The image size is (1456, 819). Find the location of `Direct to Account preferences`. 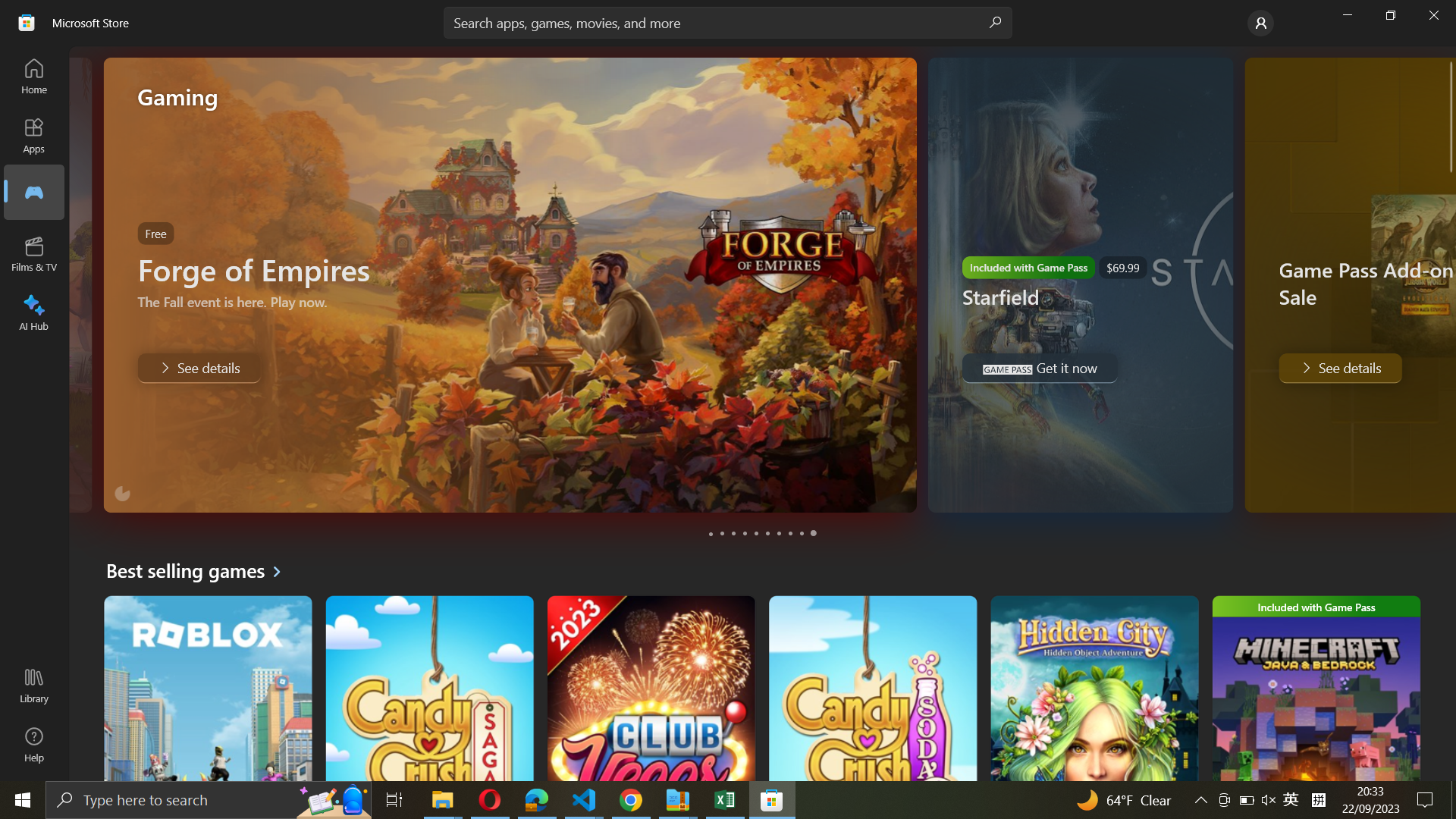

Direct to Account preferences is located at coordinates (1259, 23).